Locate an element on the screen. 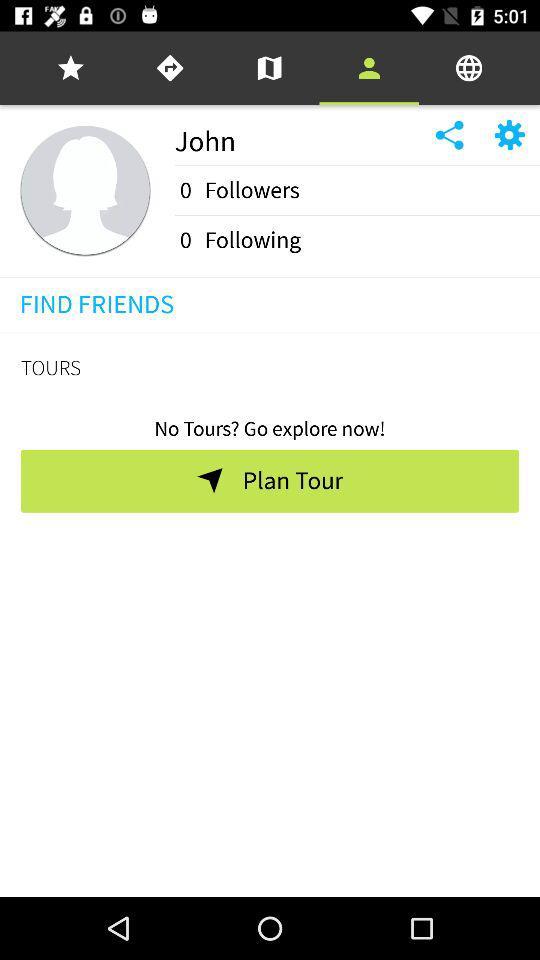 This screenshot has width=540, height=960. item next to the 0 icon is located at coordinates (252, 240).